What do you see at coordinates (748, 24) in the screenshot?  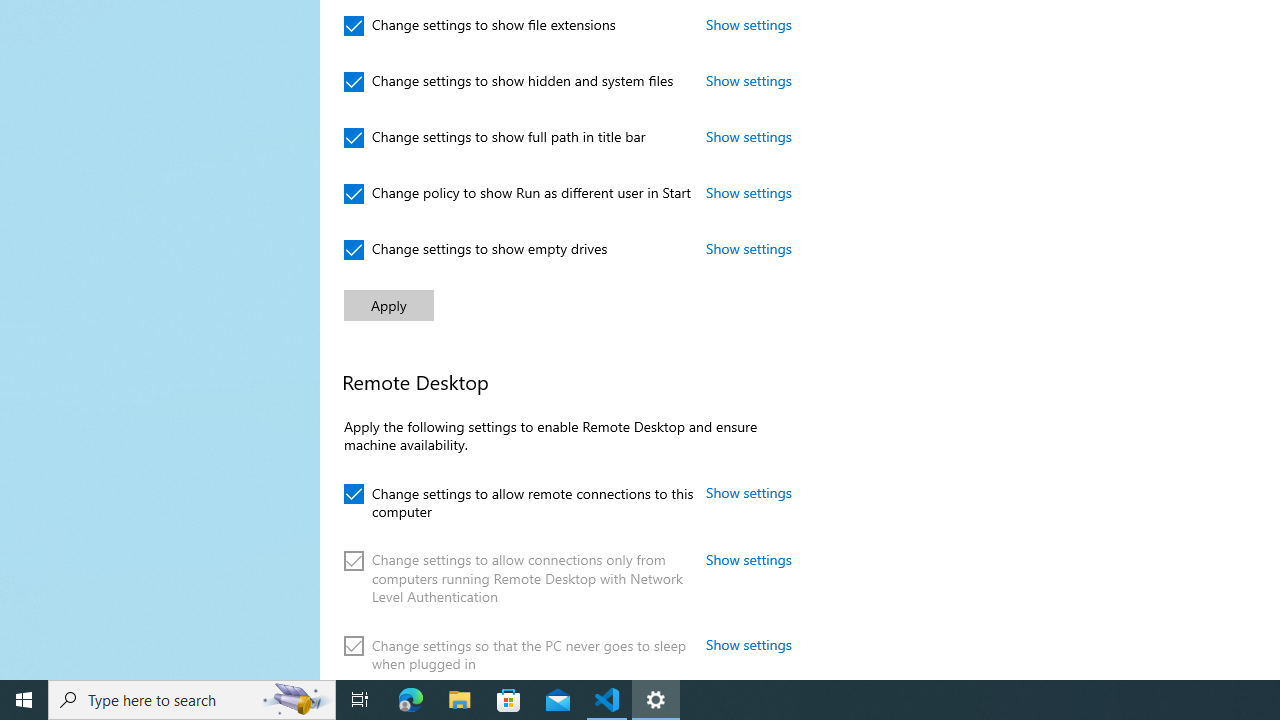 I see `'Show settings: Change settings to show file extensions'` at bounding box center [748, 24].